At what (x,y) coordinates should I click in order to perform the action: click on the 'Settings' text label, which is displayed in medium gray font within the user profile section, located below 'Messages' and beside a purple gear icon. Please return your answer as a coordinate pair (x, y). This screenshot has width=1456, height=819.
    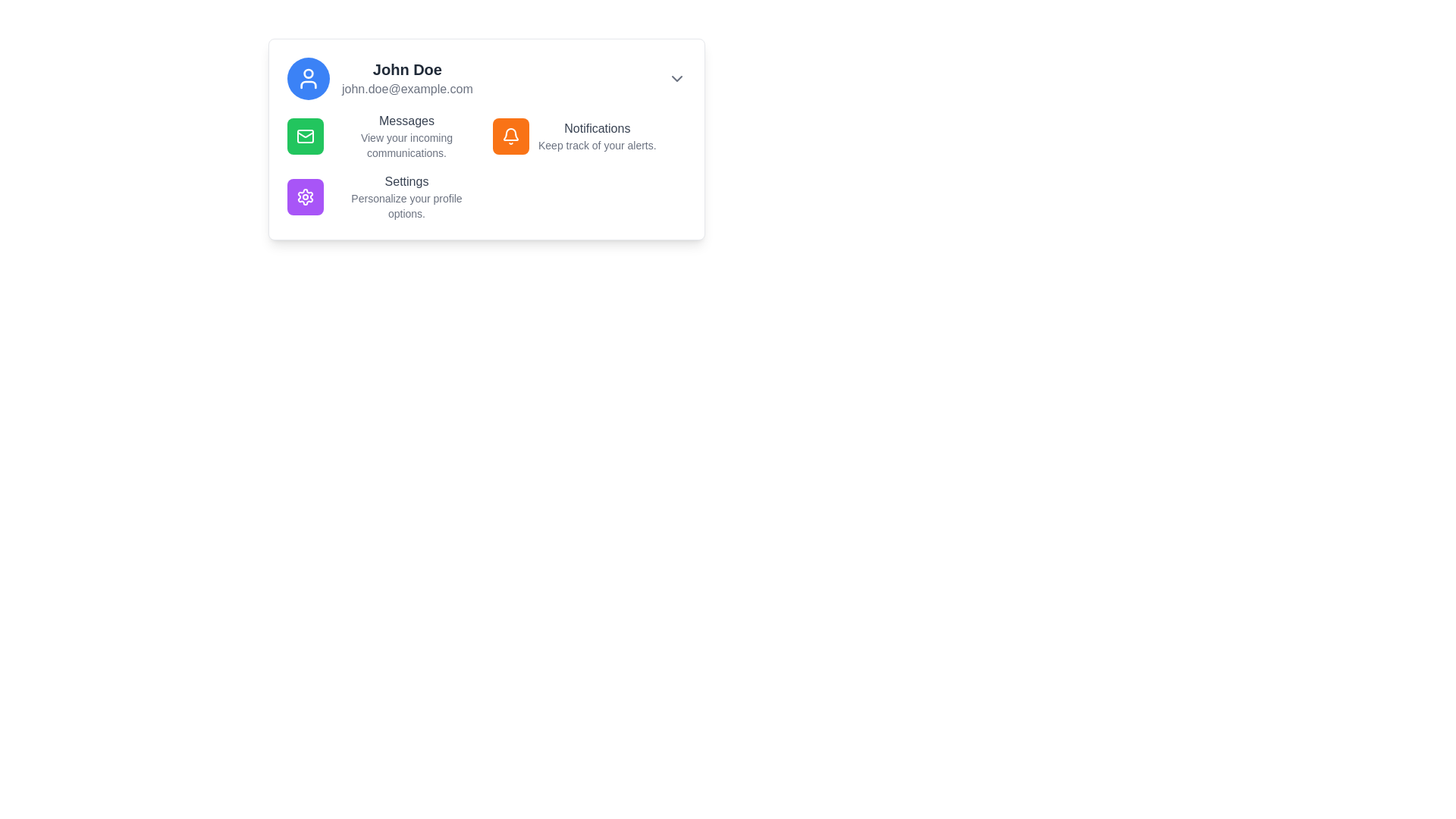
    Looking at the image, I should click on (406, 180).